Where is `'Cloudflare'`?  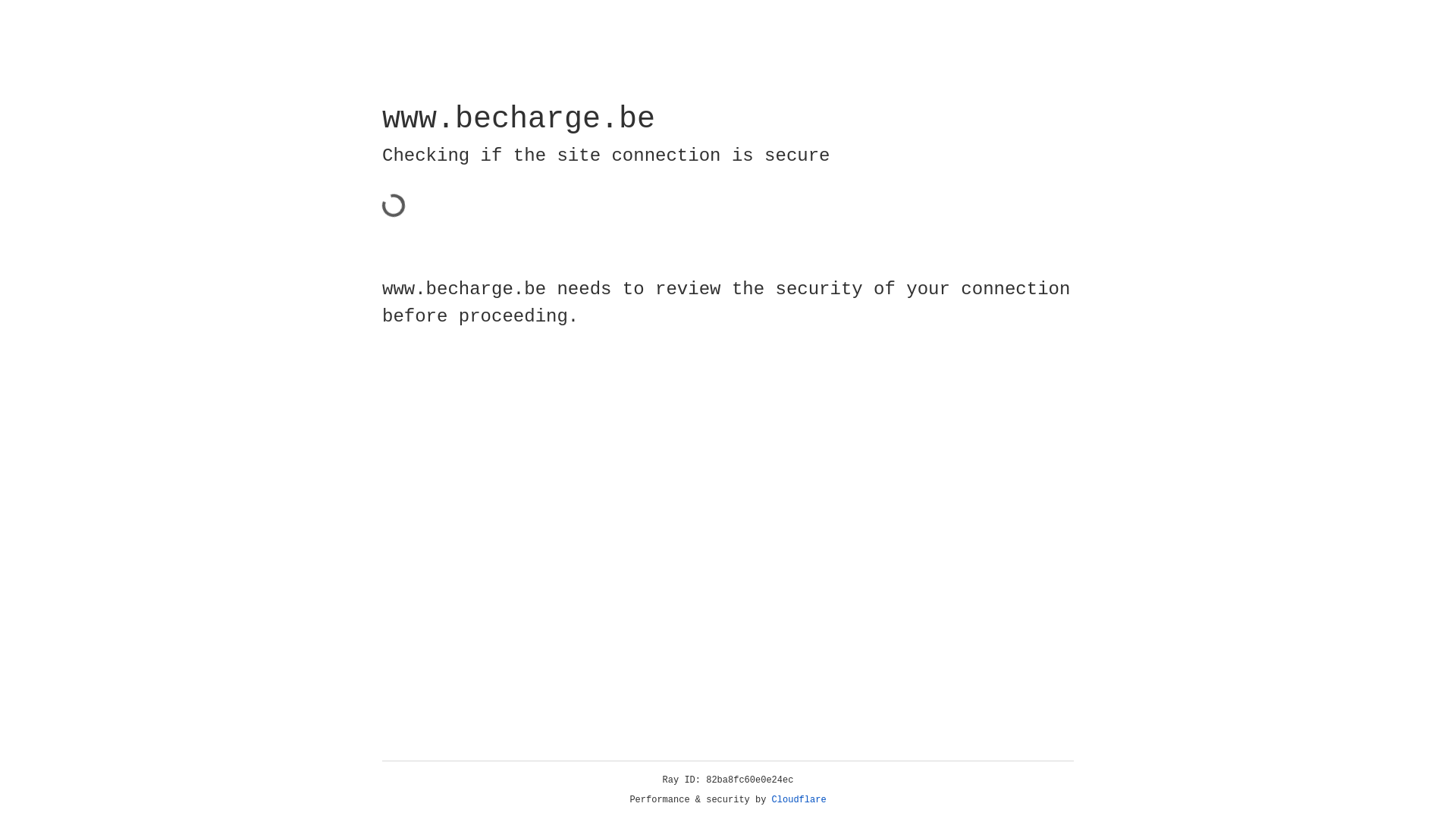 'Cloudflare' is located at coordinates (799, 799).